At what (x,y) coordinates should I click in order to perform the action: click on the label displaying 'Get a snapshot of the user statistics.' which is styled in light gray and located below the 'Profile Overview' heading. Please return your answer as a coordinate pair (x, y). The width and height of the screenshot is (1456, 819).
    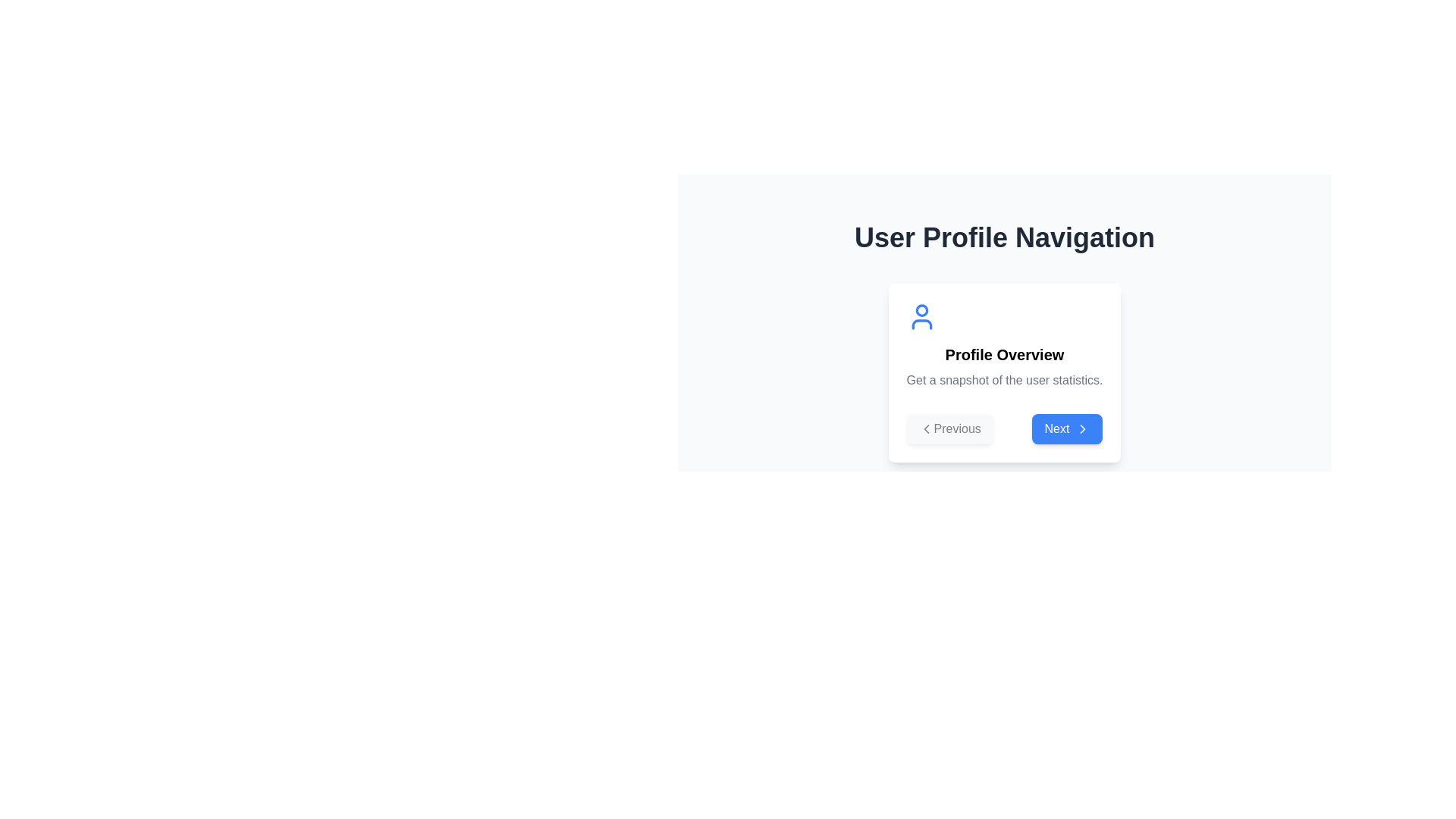
    Looking at the image, I should click on (1004, 379).